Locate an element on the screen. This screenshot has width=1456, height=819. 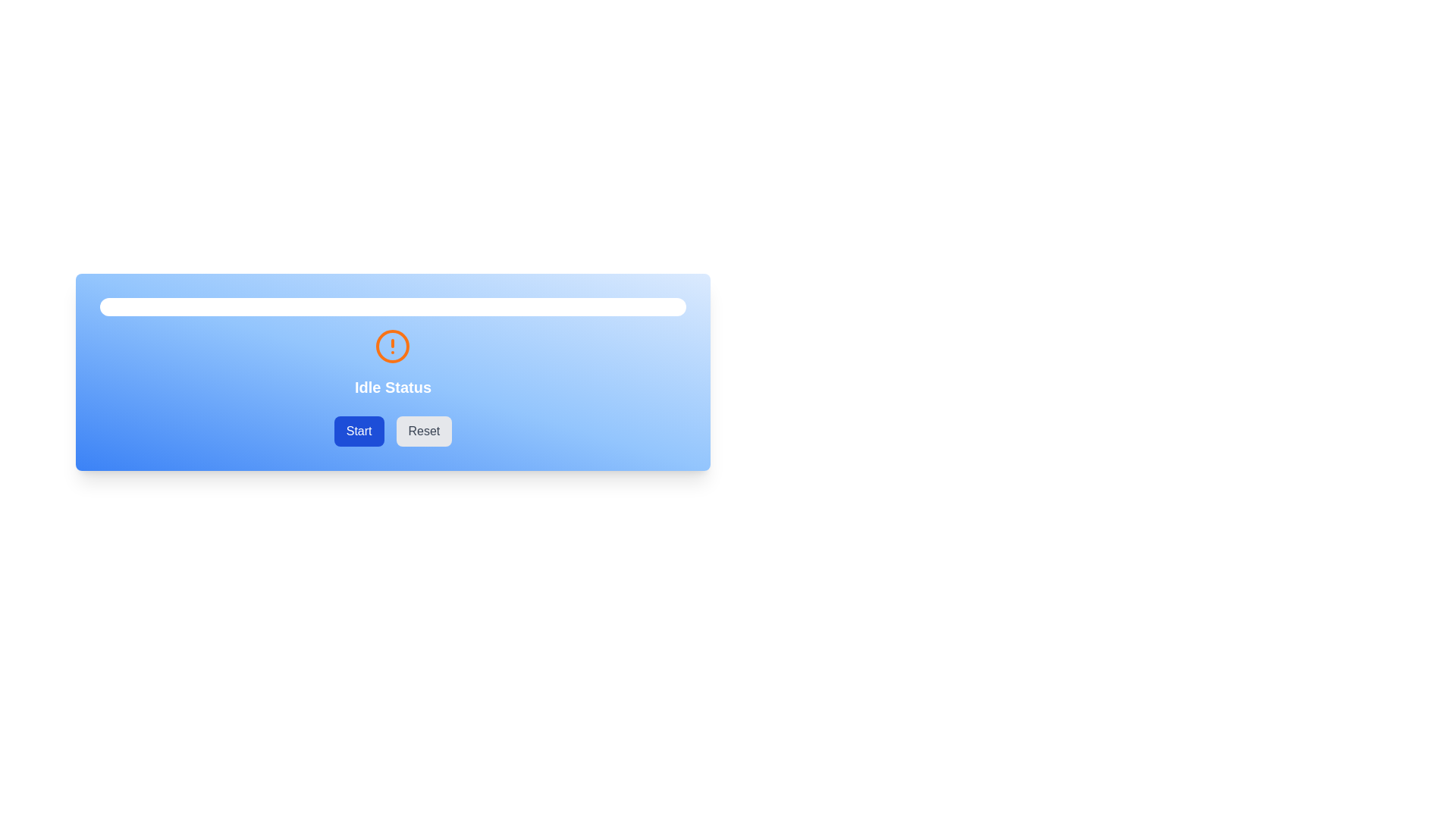
the visual alert represented by the icon with an orange outline and exclamation mark, located above the 'Idle Status' label is located at coordinates (393, 346).